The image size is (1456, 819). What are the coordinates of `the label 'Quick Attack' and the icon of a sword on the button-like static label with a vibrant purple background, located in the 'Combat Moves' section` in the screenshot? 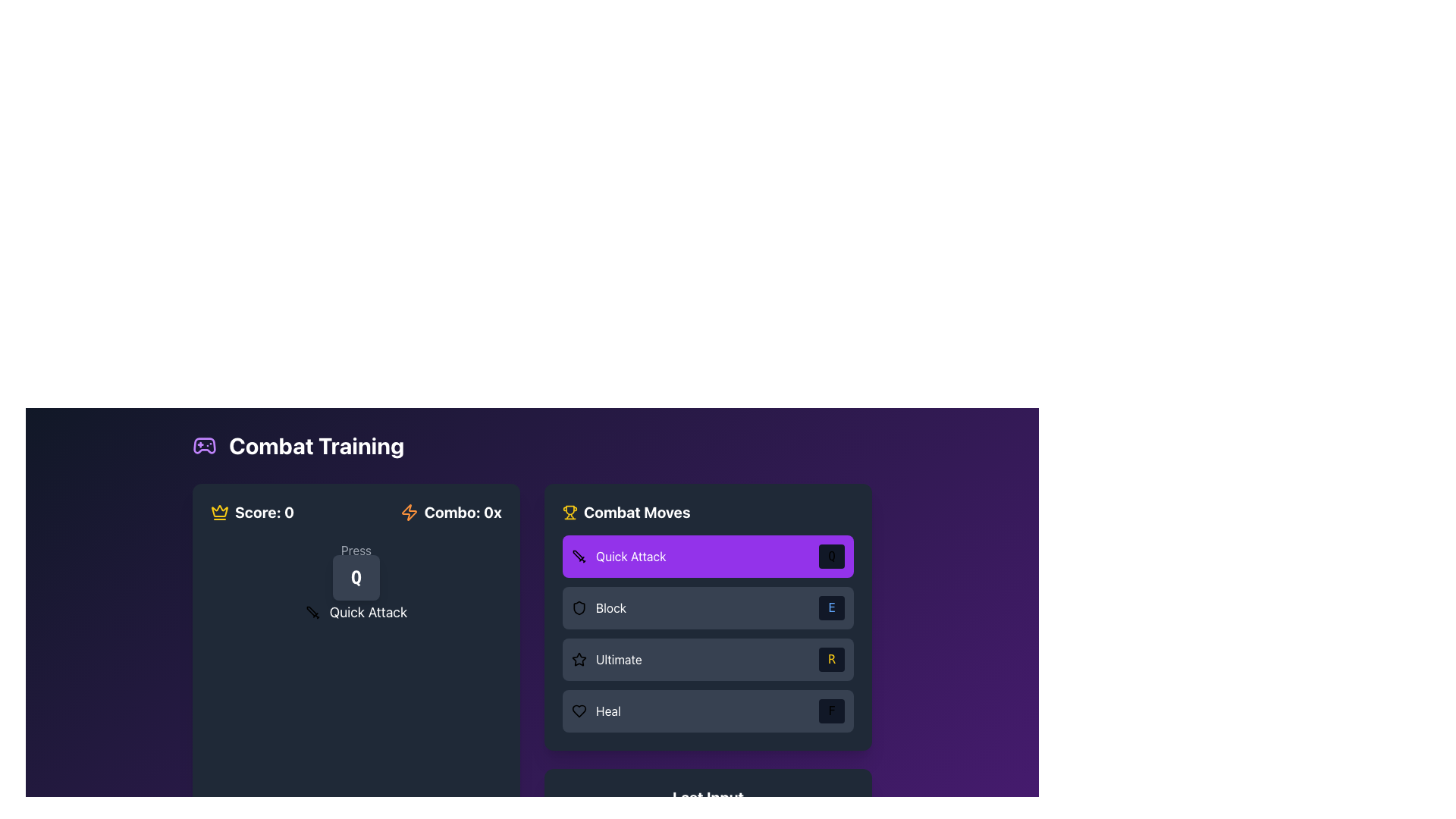 It's located at (619, 556).